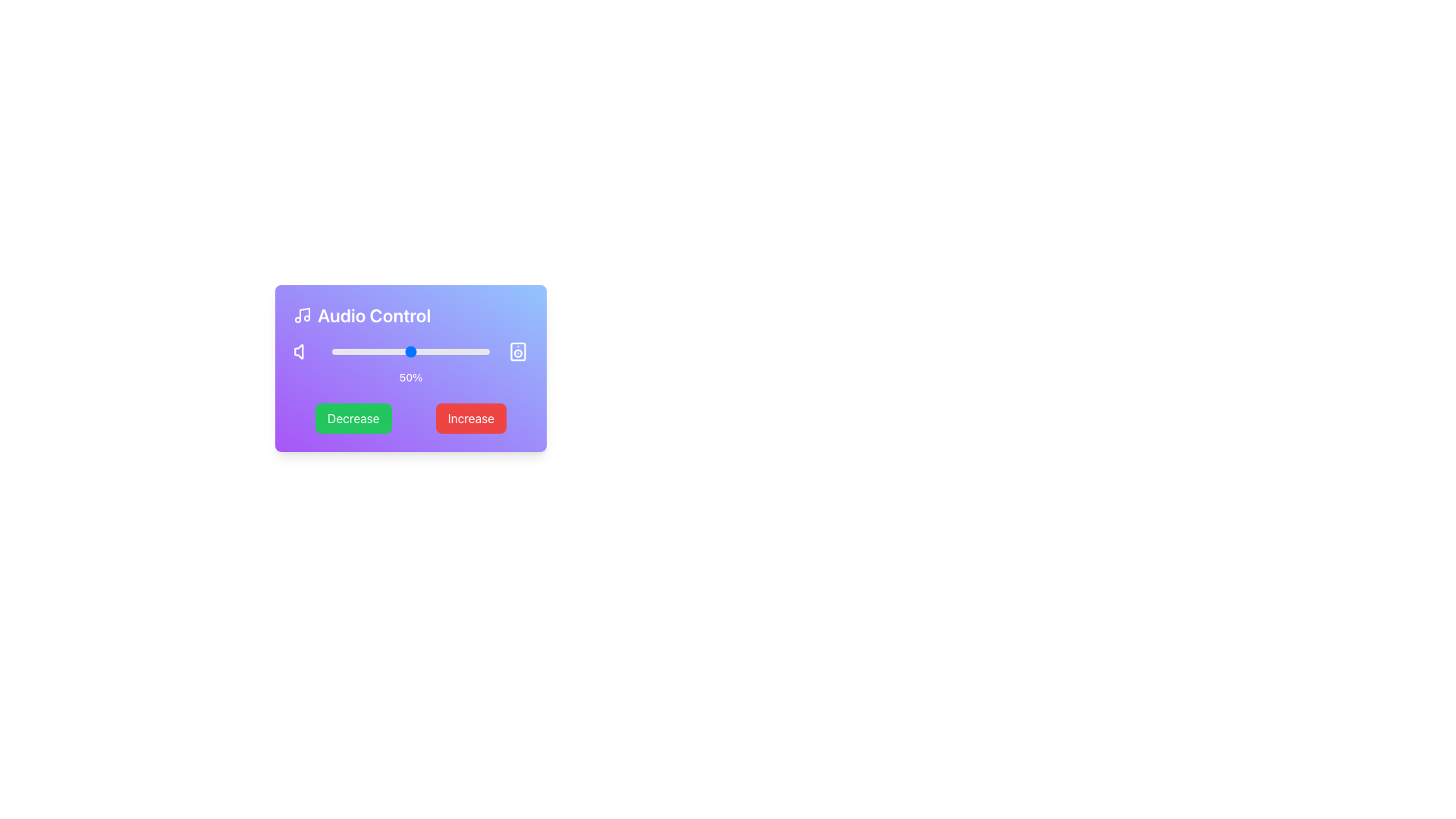 Image resolution: width=1456 pixels, height=819 pixels. Describe the element at coordinates (302, 315) in the screenshot. I see `the music-related icon in the title bar labeled 'Audio Control', which is styled in white and is the first element to the left of the text 'Audio Control'` at that location.